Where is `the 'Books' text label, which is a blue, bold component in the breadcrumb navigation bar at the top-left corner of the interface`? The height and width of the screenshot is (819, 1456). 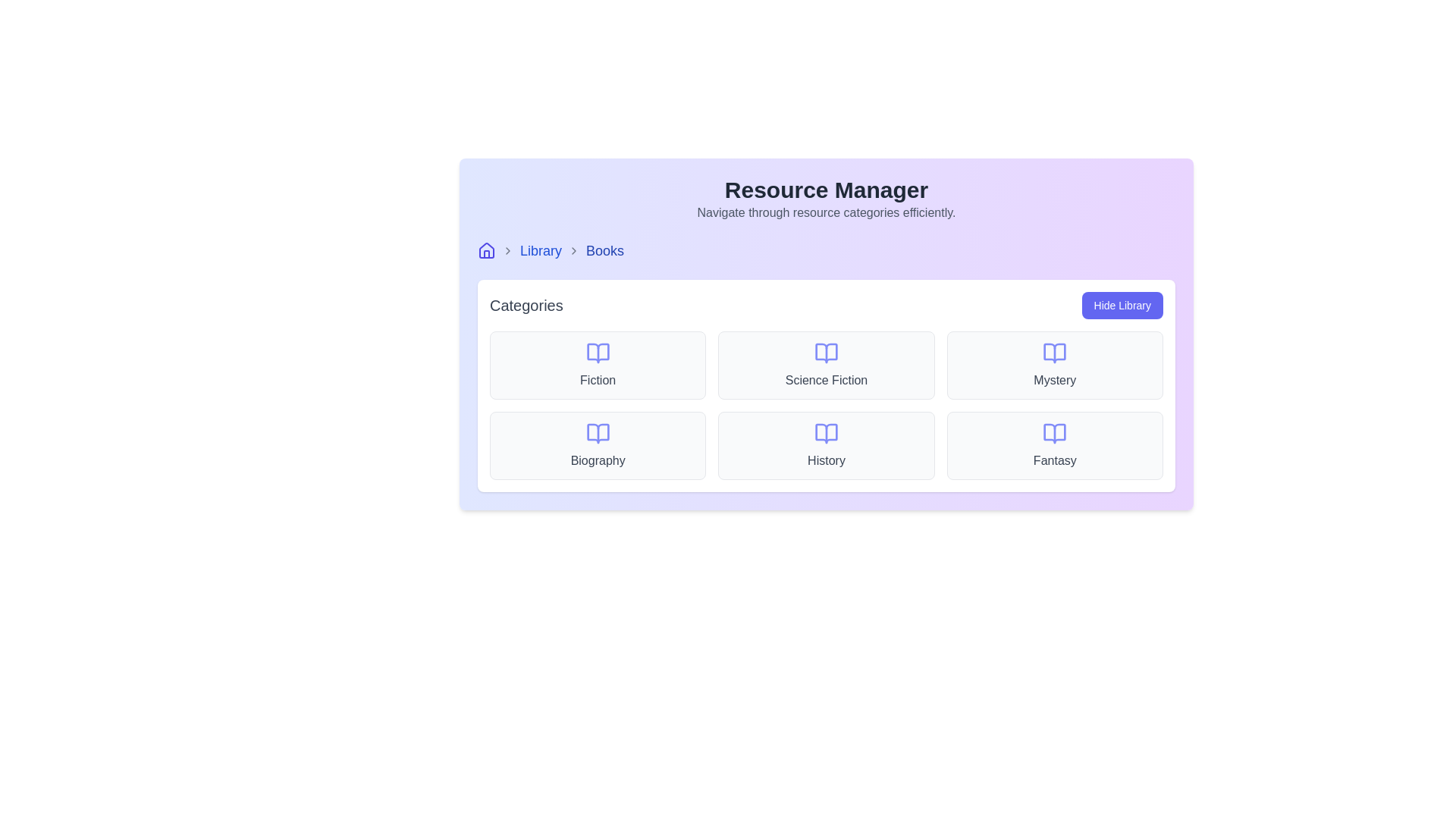
the 'Books' text label, which is a blue, bold component in the breadcrumb navigation bar at the top-left corner of the interface is located at coordinates (604, 250).